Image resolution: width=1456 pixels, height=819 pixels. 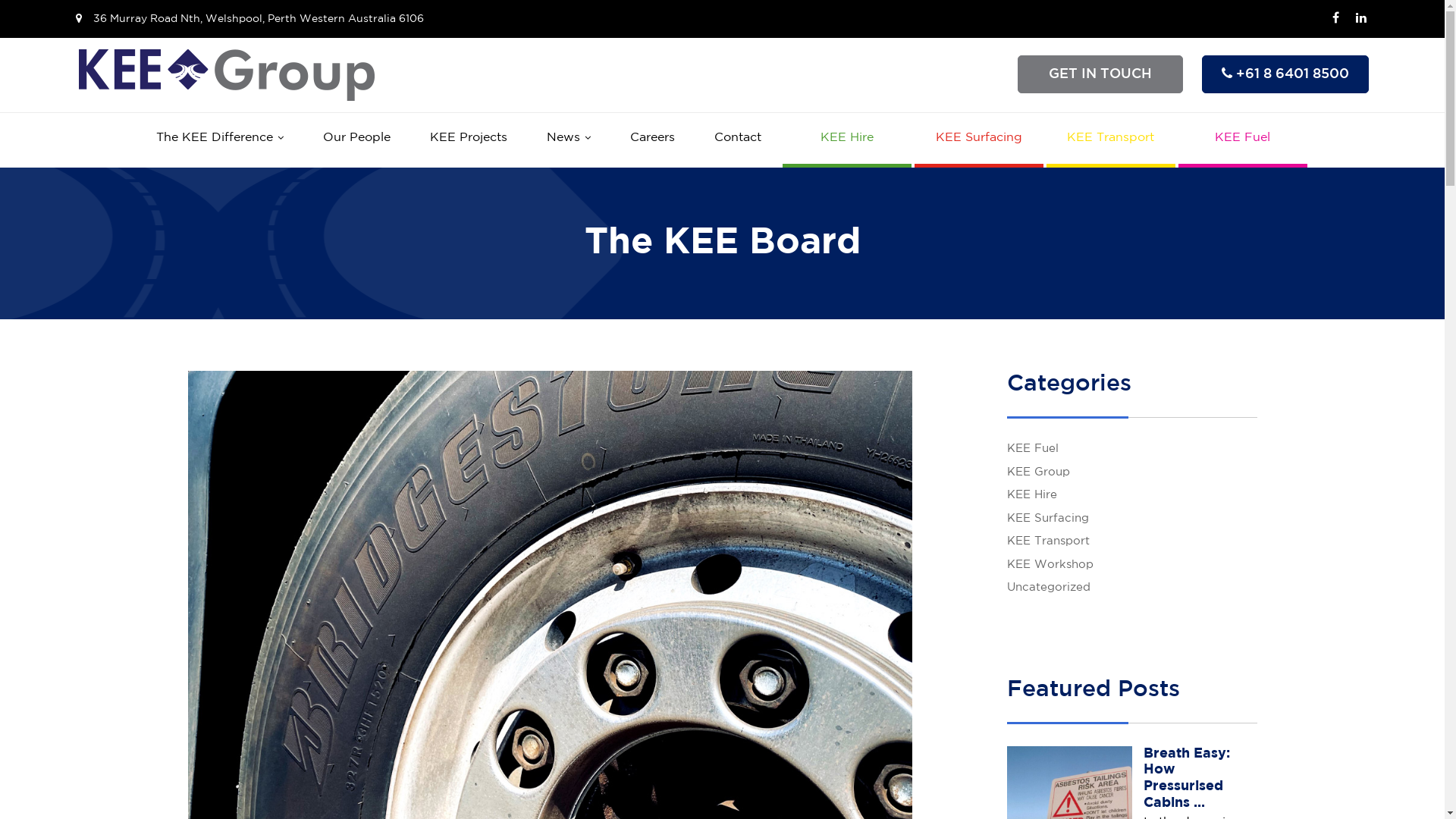 What do you see at coordinates (651, 137) in the screenshot?
I see `'Careers'` at bounding box center [651, 137].